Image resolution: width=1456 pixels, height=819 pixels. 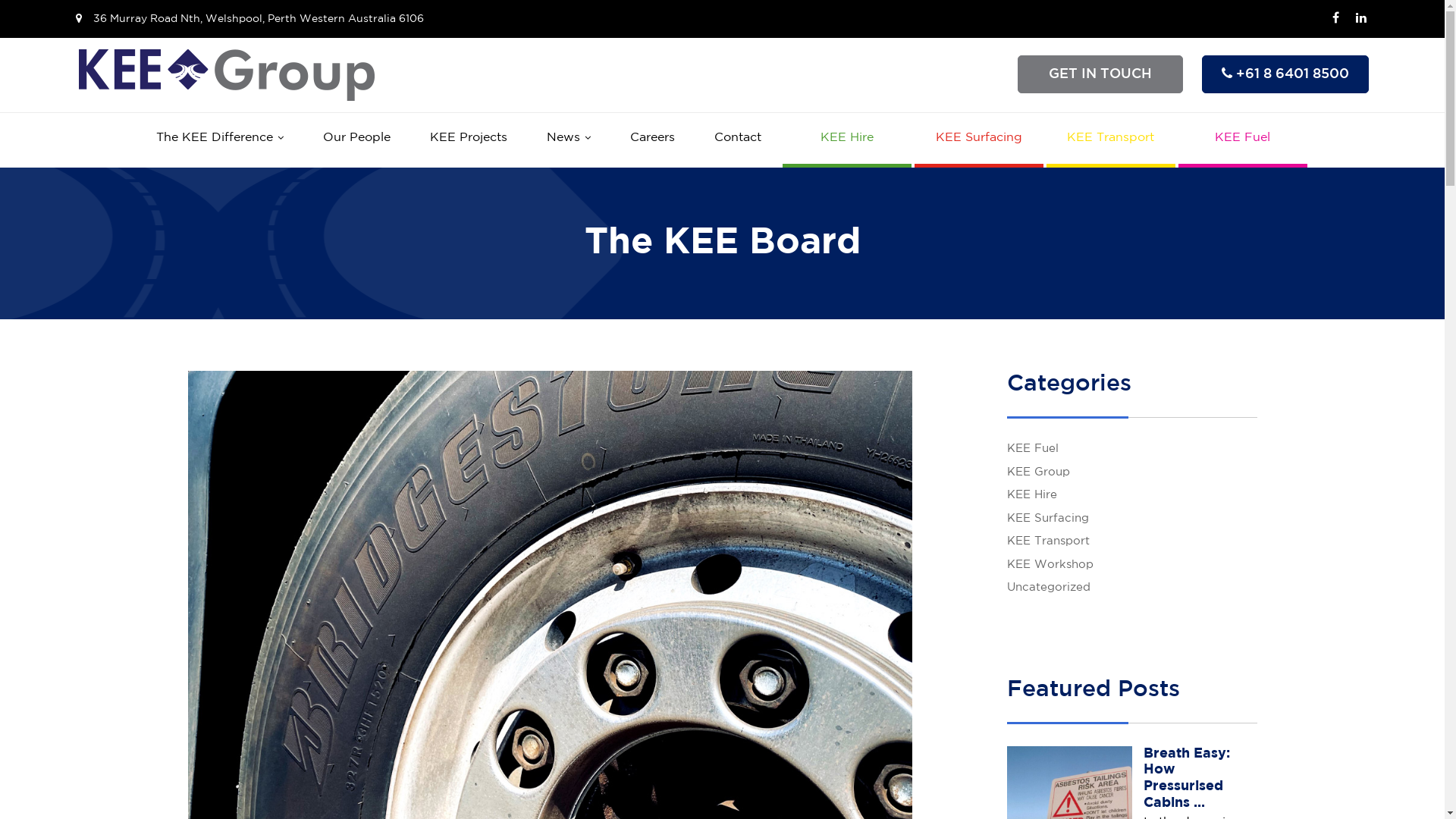 What do you see at coordinates (651, 137) in the screenshot?
I see `'Careers'` at bounding box center [651, 137].